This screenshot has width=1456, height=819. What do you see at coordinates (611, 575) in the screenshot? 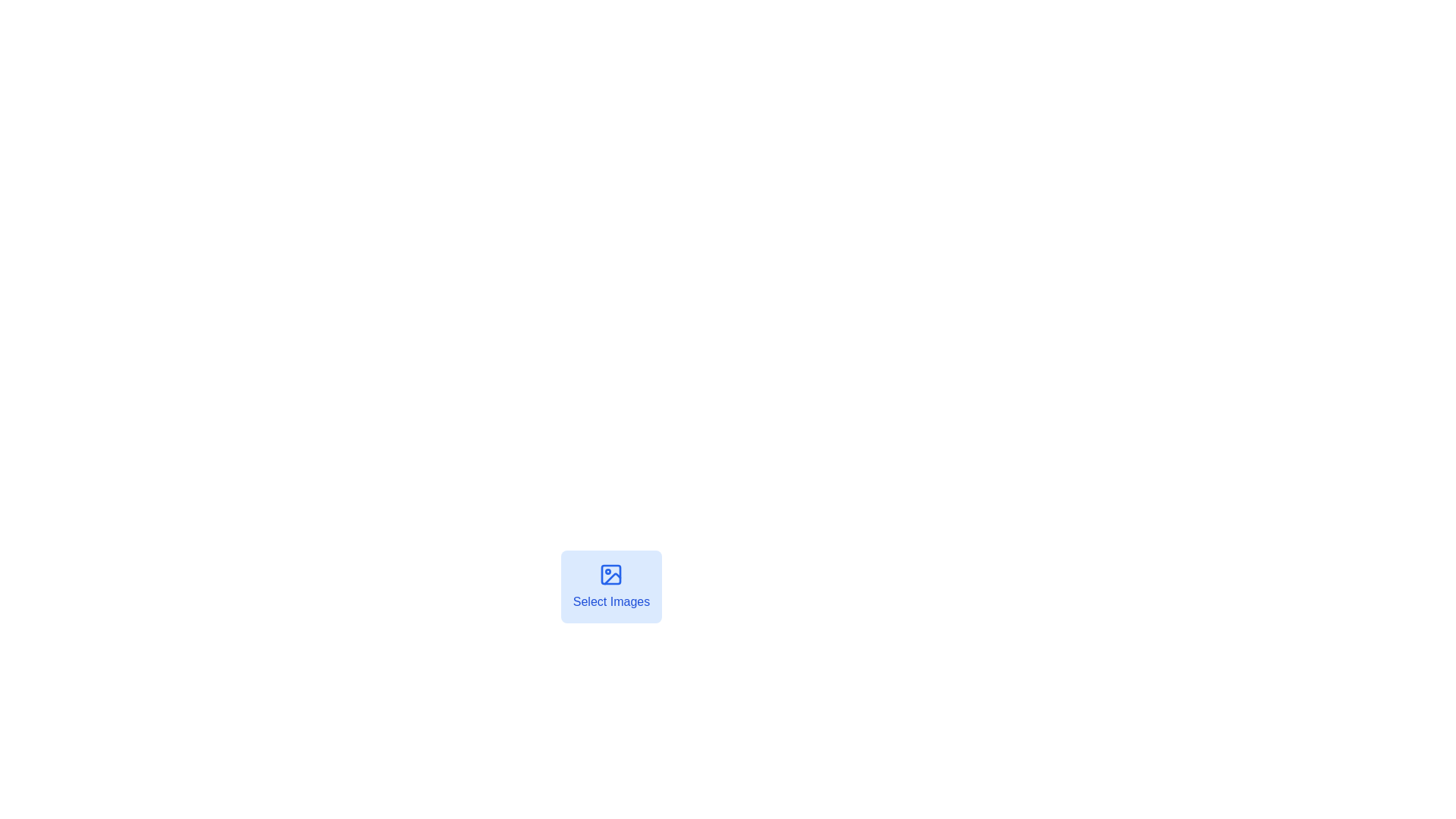
I see `the SVG icon that represents the action of selecting or uploading images, which is centrally located in the light-blue rectangular area above the 'Select Images' label` at bounding box center [611, 575].